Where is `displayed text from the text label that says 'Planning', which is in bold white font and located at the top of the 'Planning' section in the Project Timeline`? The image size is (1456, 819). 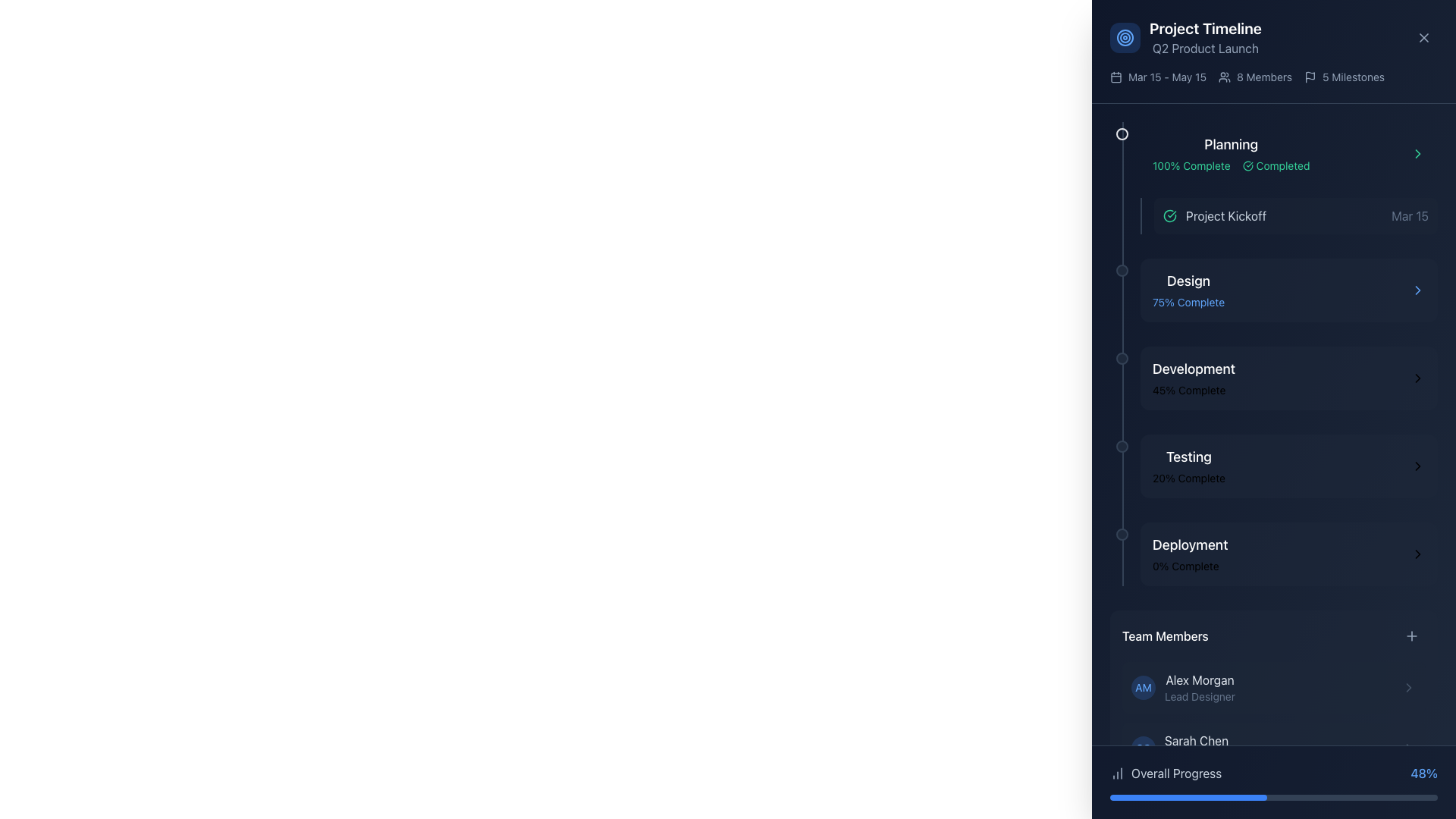
displayed text from the text label that says 'Planning', which is in bold white font and located at the top of the 'Planning' section in the Project Timeline is located at coordinates (1231, 145).